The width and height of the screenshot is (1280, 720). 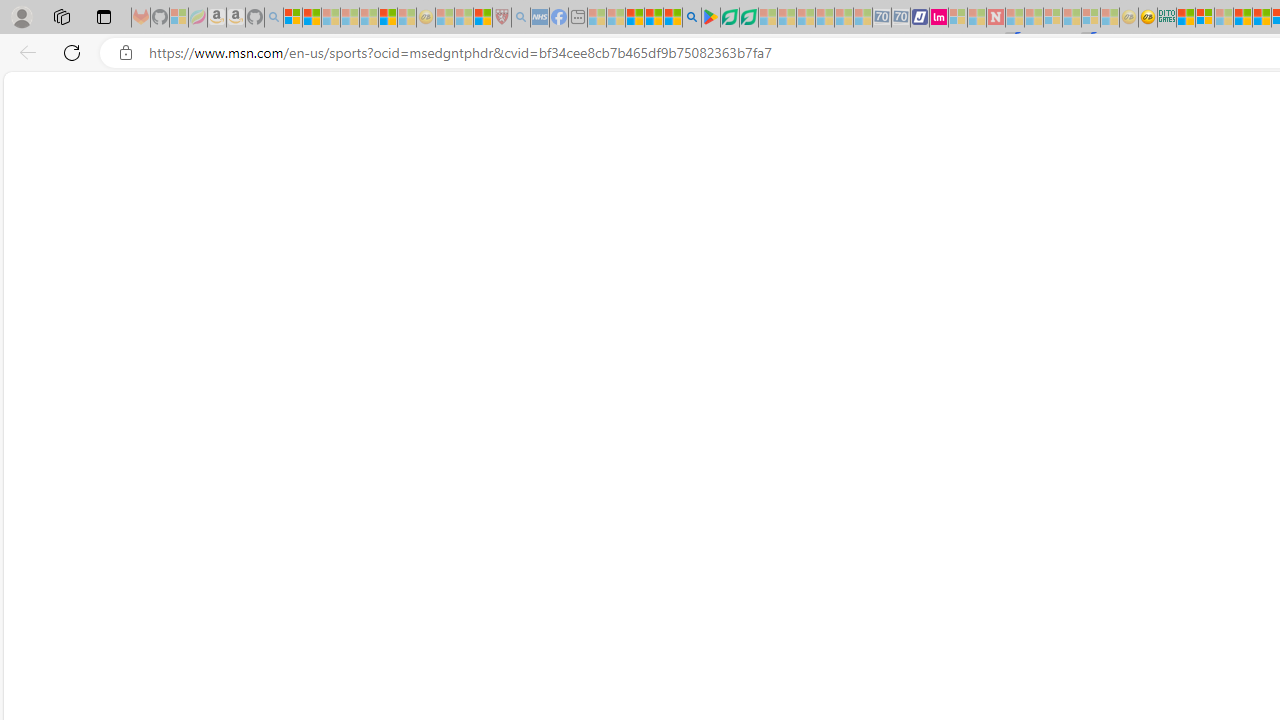 What do you see at coordinates (938, 17) in the screenshot?
I see `'Jobs - lastminute.com Investor Portal'` at bounding box center [938, 17].